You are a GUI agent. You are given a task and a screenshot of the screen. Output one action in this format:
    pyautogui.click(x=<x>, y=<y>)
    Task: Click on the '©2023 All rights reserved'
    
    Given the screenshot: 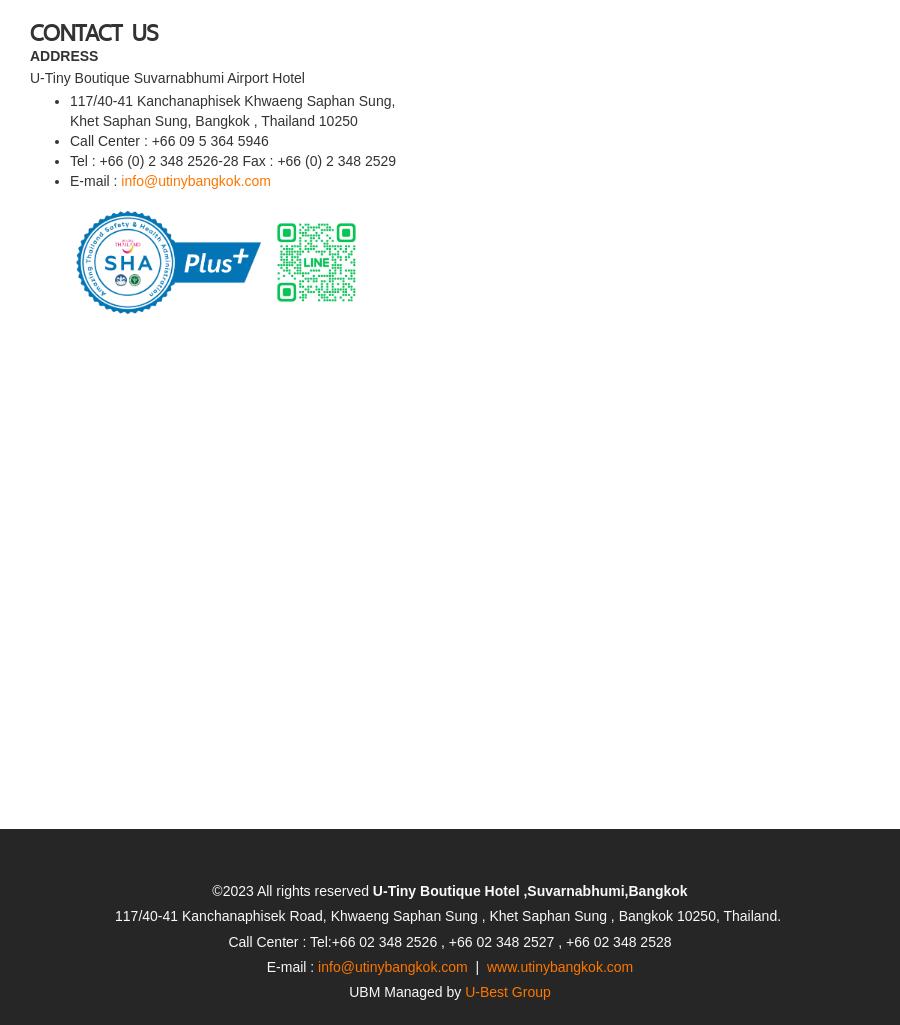 What is the action you would take?
    pyautogui.click(x=290, y=833)
    